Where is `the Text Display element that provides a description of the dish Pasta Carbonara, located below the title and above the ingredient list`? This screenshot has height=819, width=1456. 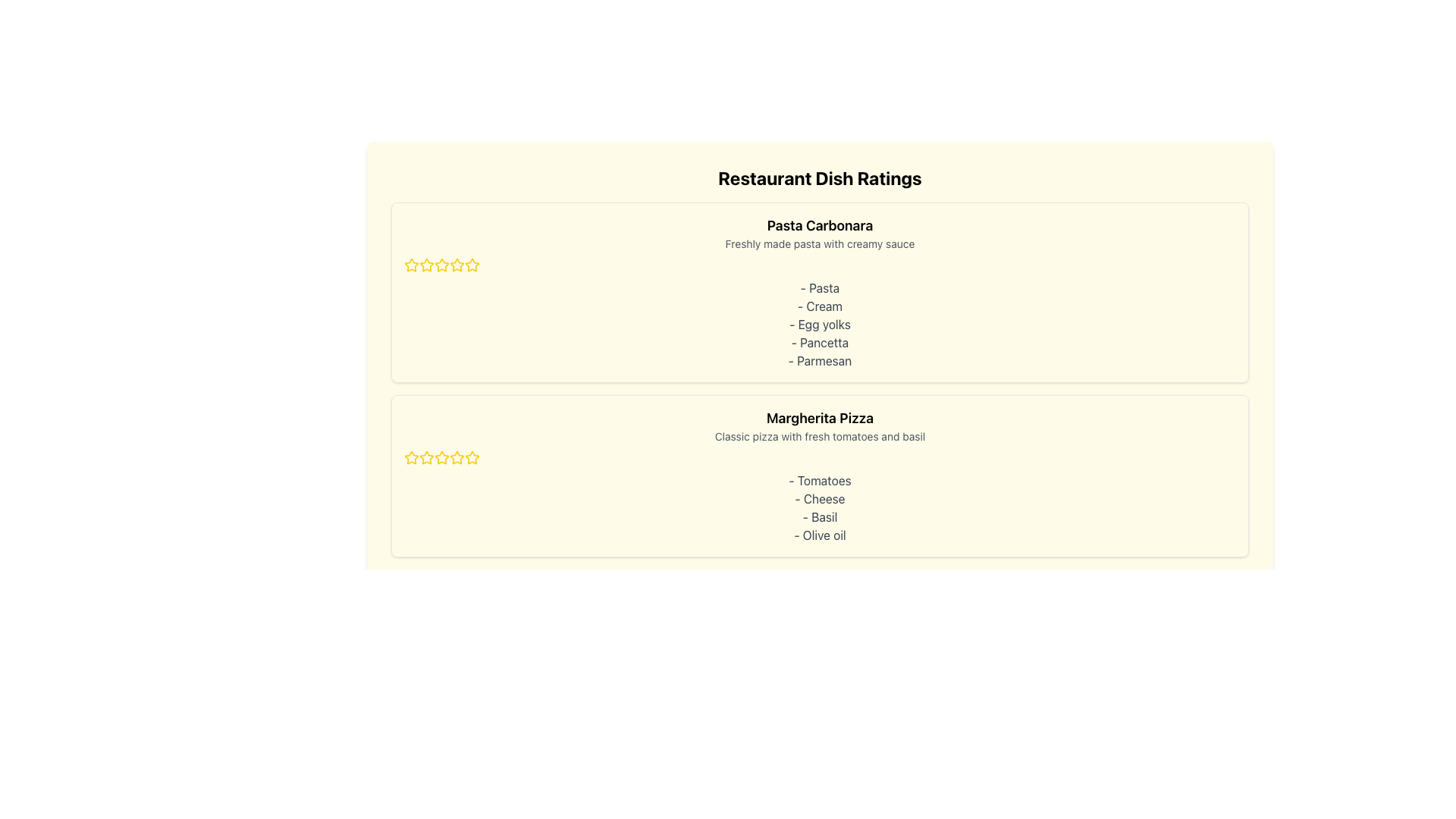
the Text Display element that provides a description of the dish Pasta Carbonara, located below the title and above the ingredient list is located at coordinates (819, 243).